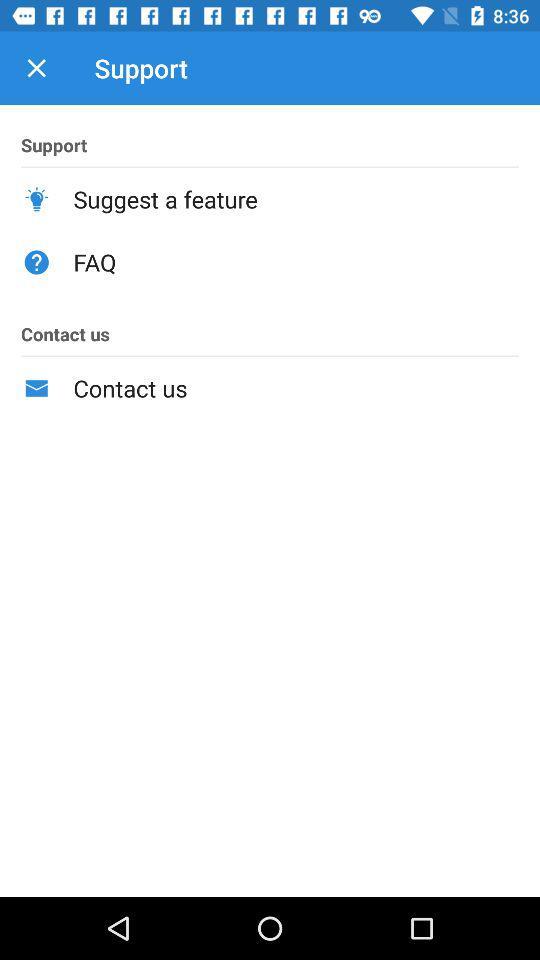  I want to click on icon below the support item, so click(295, 199).